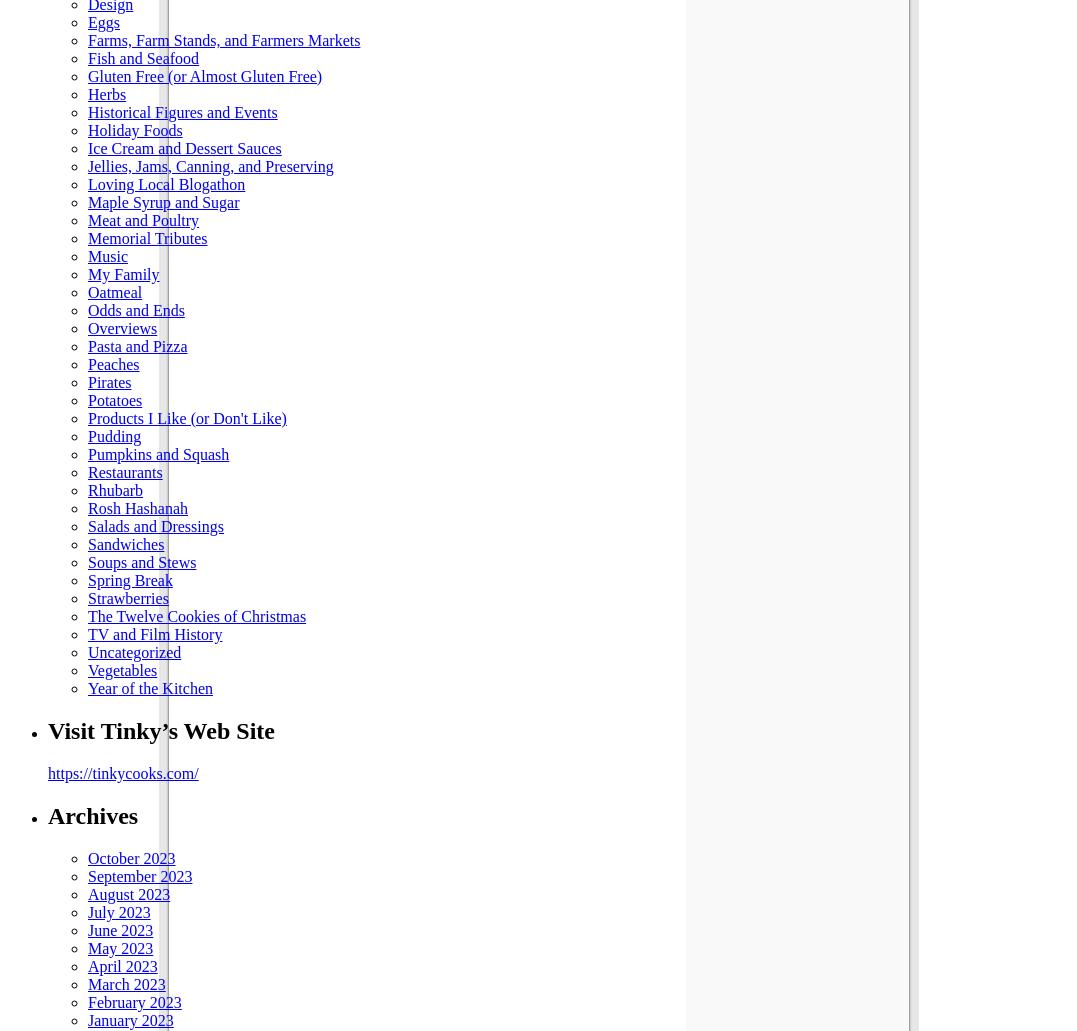 This screenshot has height=1031, width=1077. I want to click on 'Visit Tinky’s Web Site', so click(161, 729).